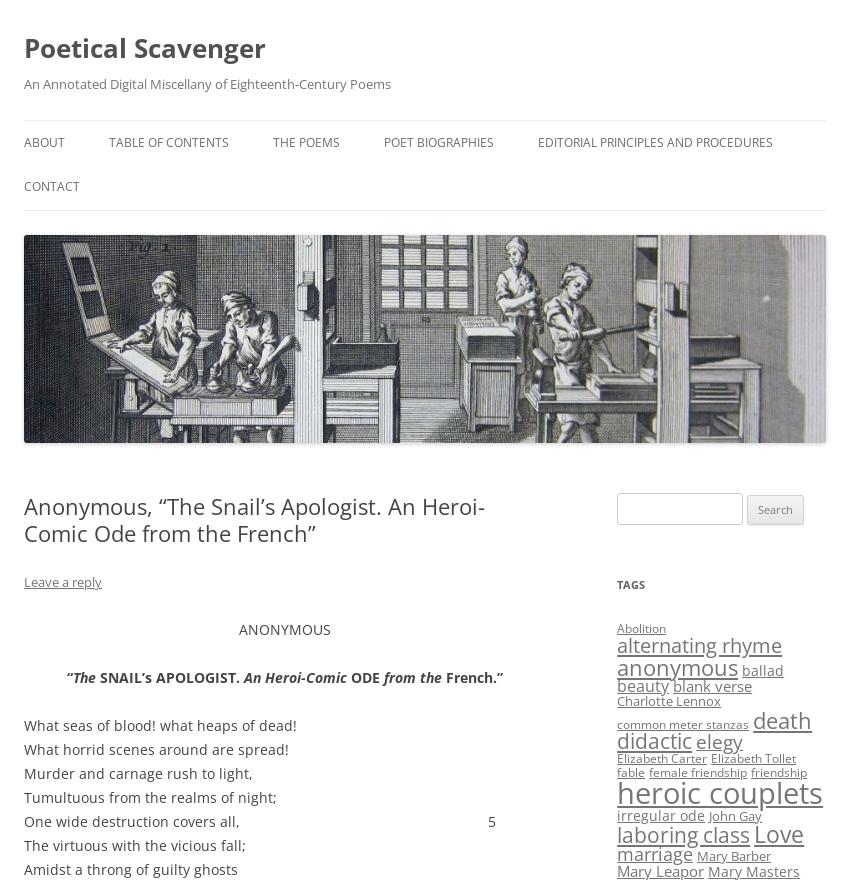 This screenshot has height=880, width=850. What do you see at coordinates (718, 739) in the screenshot?
I see `'elegy'` at bounding box center [718, 739].